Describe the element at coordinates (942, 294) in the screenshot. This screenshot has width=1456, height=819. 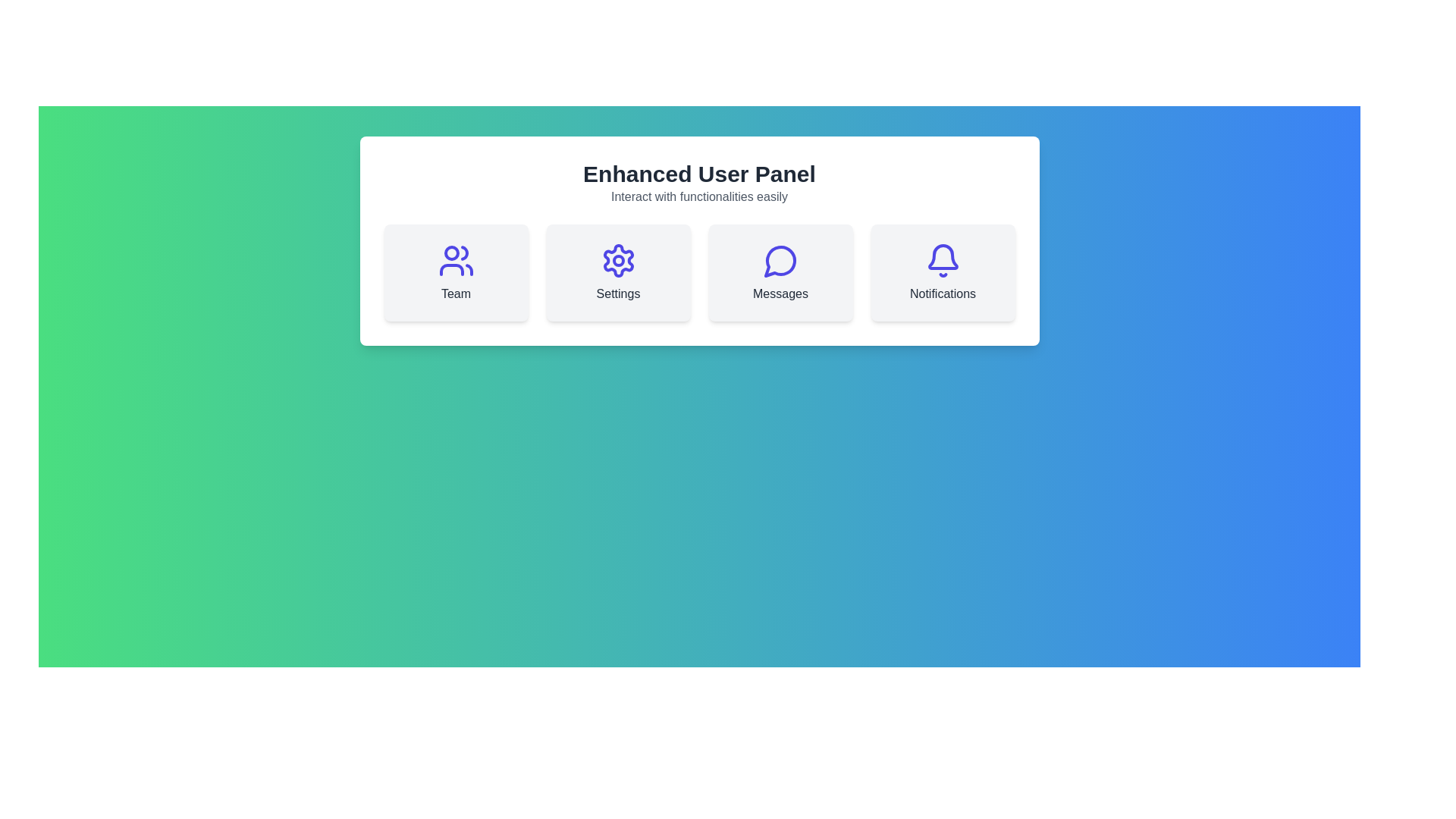
I see `the 'Notifications' text label, which is part of the fourth card from the left in a panel of similar components, displaying the word 'Notifications' in a medium-weight gray font that darkens upon hover` at that location.